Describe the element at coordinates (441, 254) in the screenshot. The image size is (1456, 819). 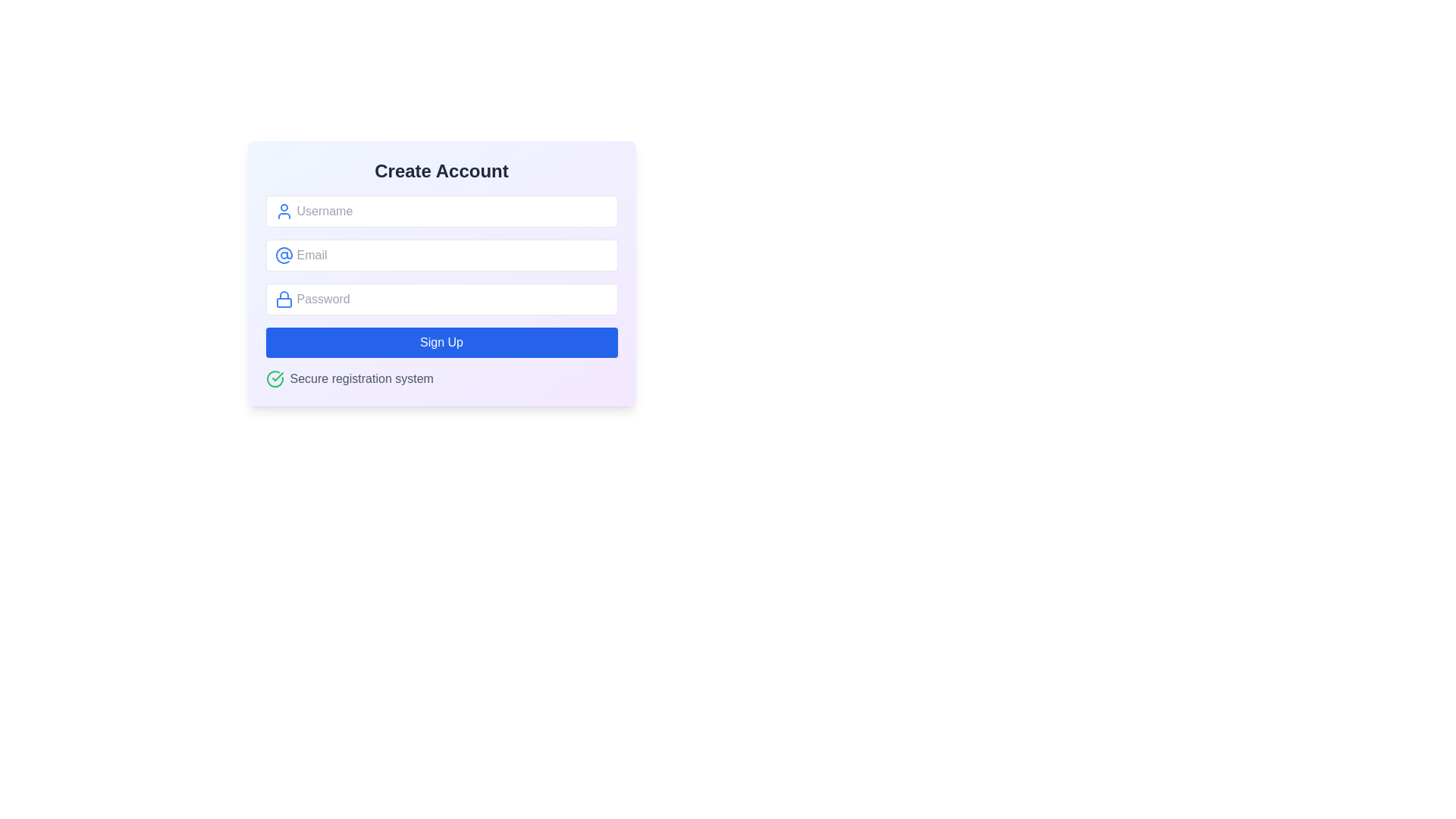
I see `the email input field located below the 'Username' input` at that location.